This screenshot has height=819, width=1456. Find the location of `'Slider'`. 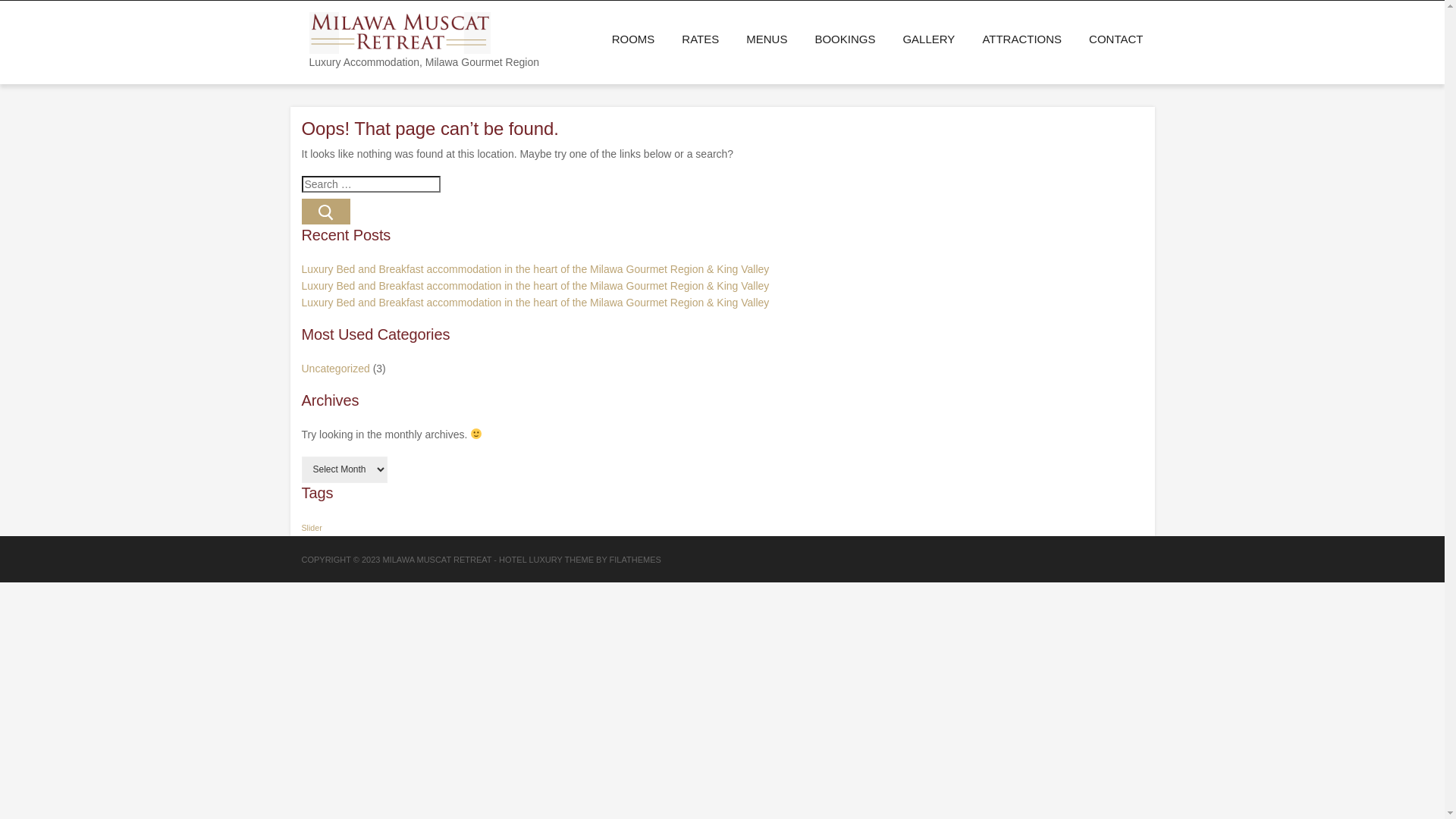

'Slider' is located at coordinates (302, 526).